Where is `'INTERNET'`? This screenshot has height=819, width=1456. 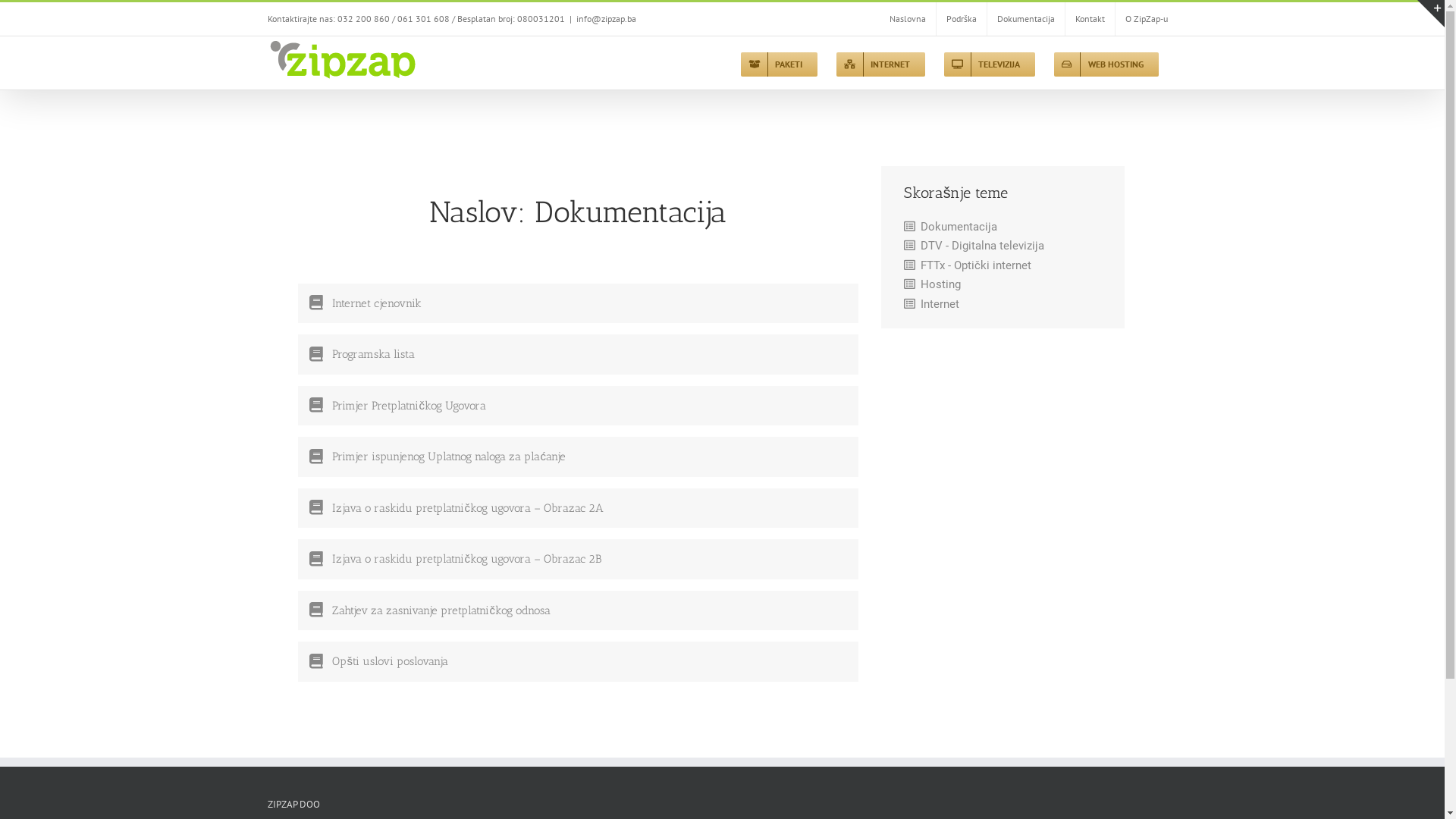
'INTERNET' is located at coordinates (880, 62).